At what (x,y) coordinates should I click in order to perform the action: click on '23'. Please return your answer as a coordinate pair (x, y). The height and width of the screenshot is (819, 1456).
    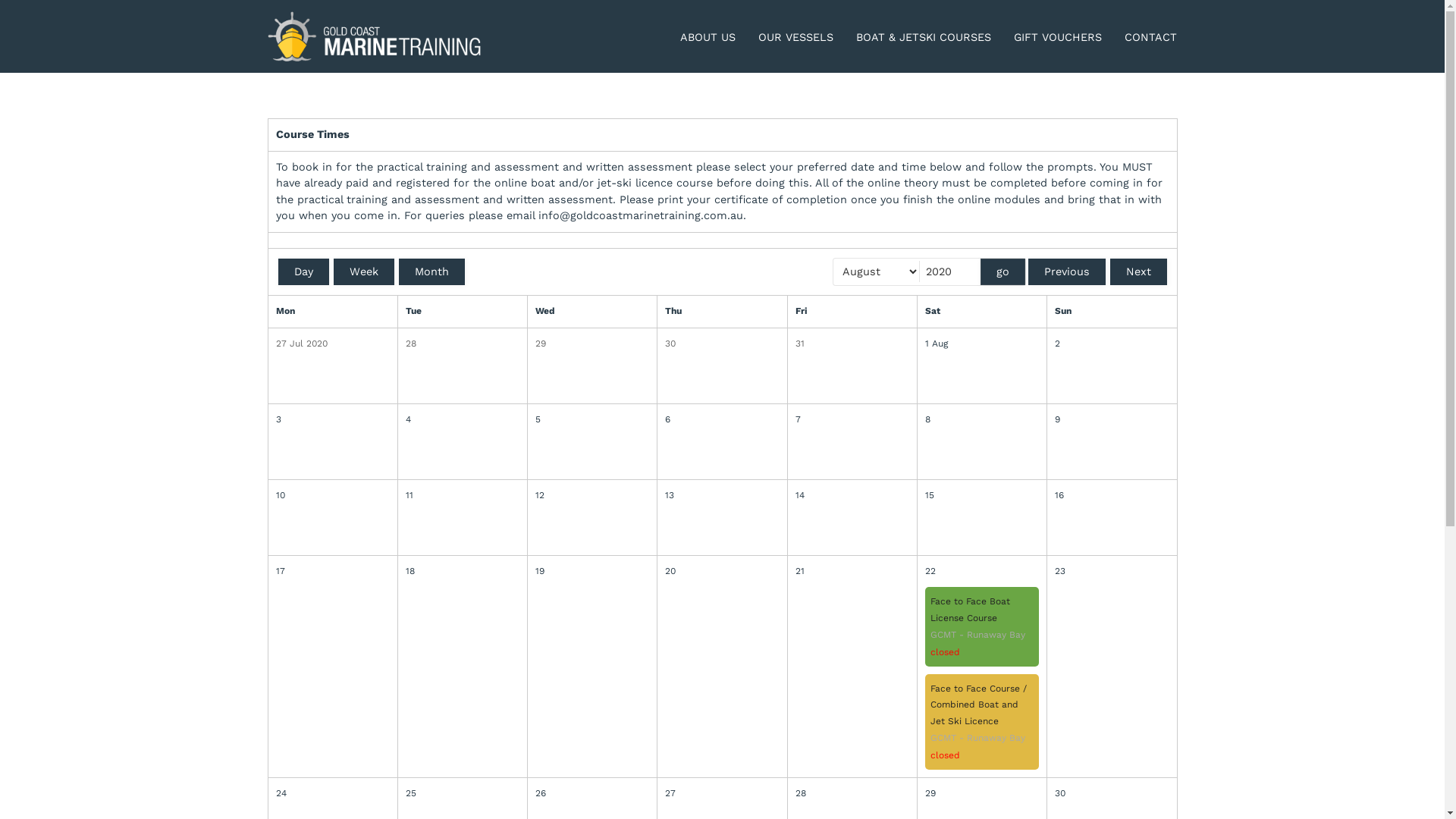
    Looking at the image, I should click on (1111, 571).